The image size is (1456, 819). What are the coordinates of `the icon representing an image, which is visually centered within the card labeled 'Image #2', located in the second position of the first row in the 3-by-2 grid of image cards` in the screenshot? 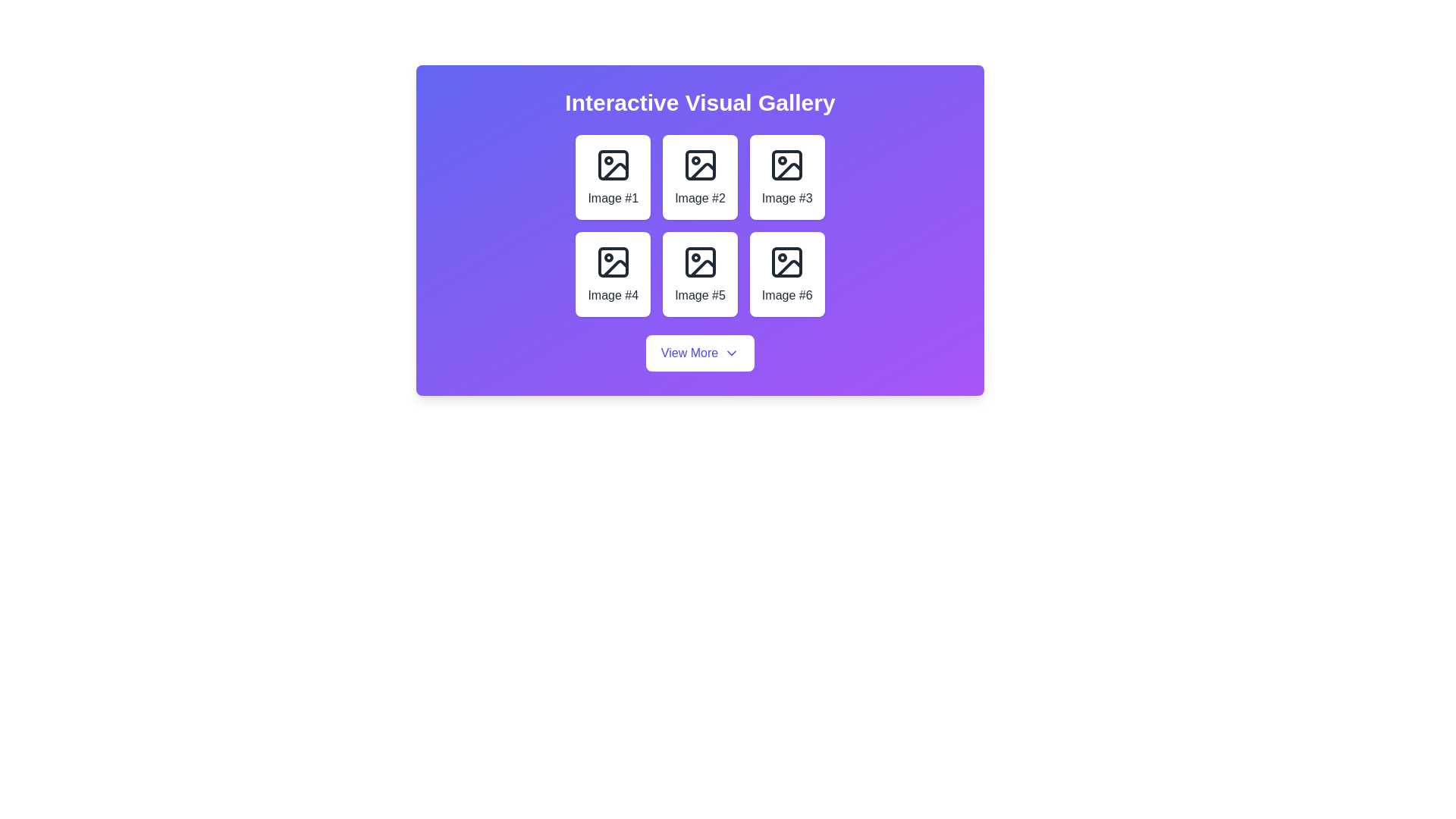 It's located at (699, 165).